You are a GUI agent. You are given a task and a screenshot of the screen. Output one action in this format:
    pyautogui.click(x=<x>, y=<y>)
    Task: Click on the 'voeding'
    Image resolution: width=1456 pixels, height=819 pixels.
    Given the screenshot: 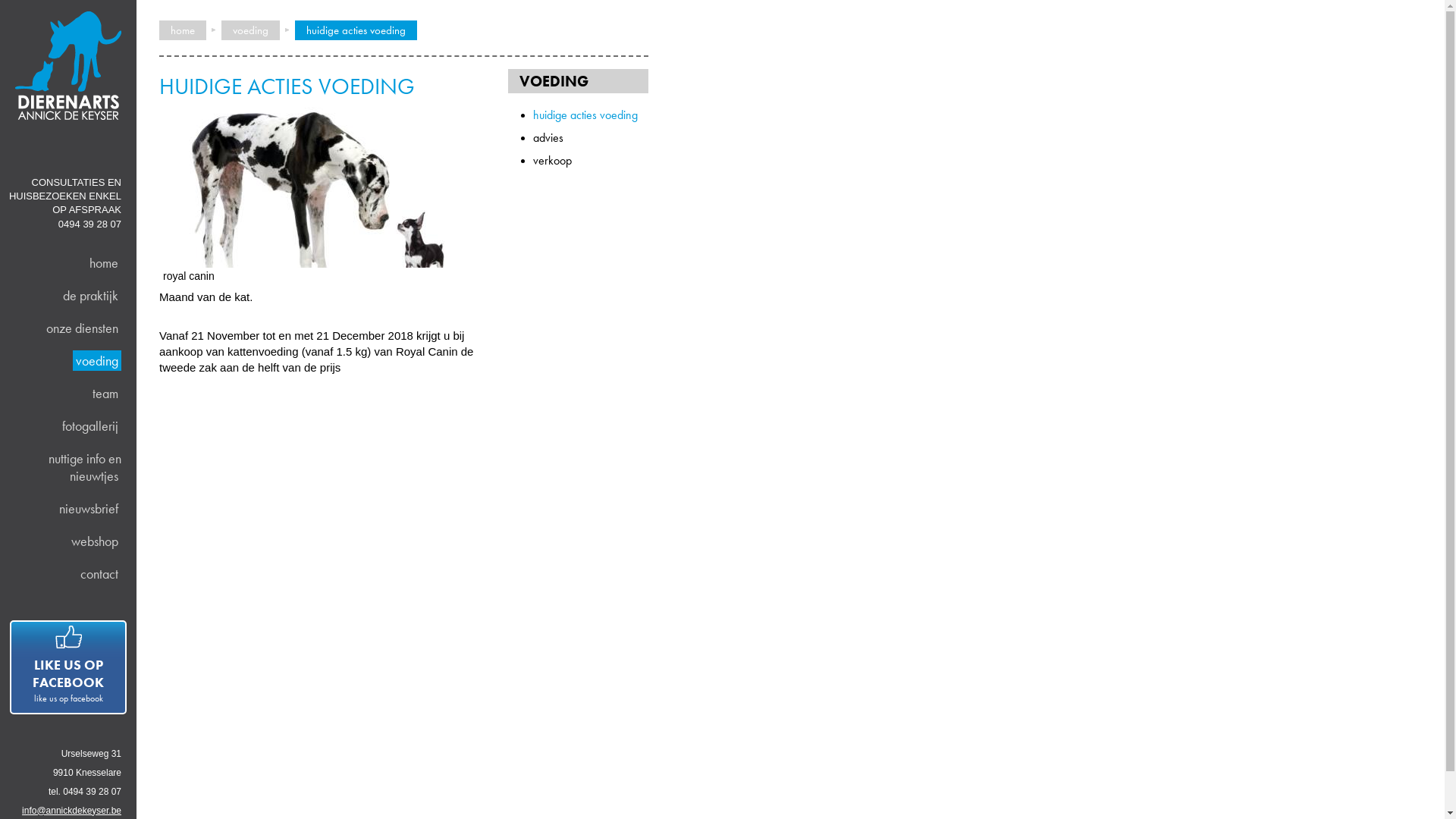 What is the action you would take?
    pyautogui.click(x=72, y=360)
    